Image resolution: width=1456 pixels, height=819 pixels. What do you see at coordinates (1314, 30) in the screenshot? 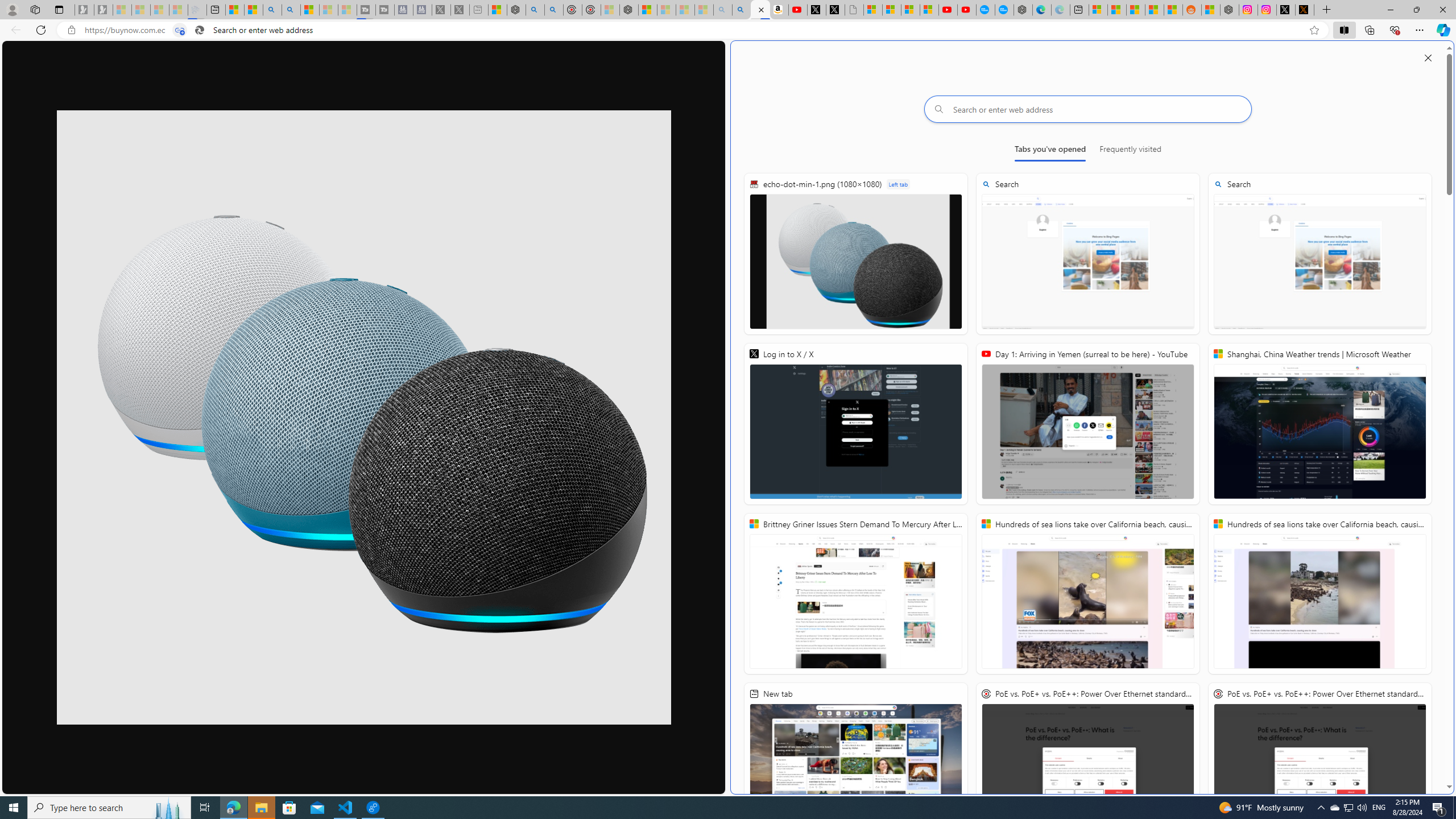
I see `'Add this page to favorites (Ctrl+D)'` at bounding box center [1314, 30].